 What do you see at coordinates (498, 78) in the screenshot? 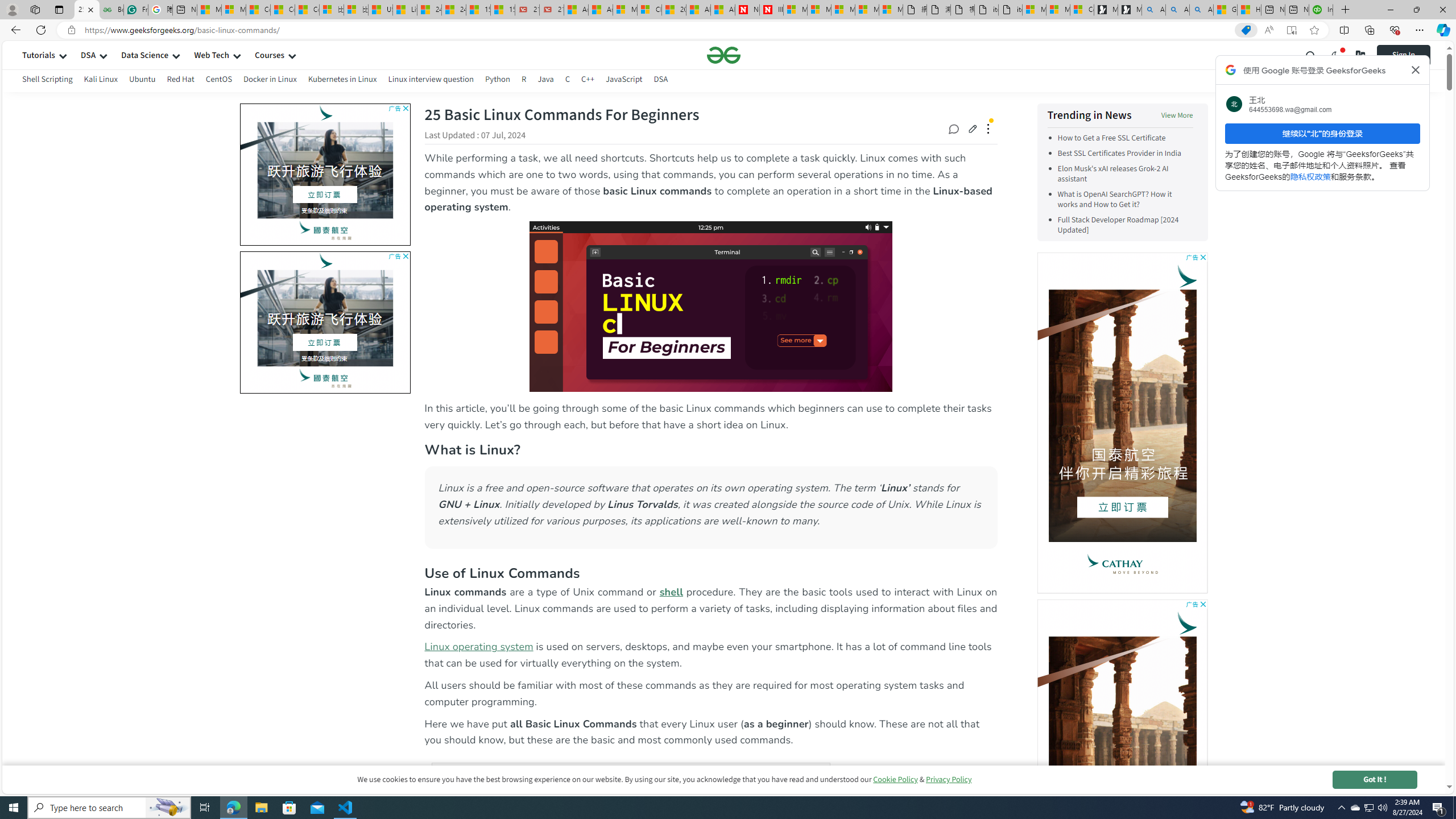
I see `'Python'` at bounding box center [498, 78].